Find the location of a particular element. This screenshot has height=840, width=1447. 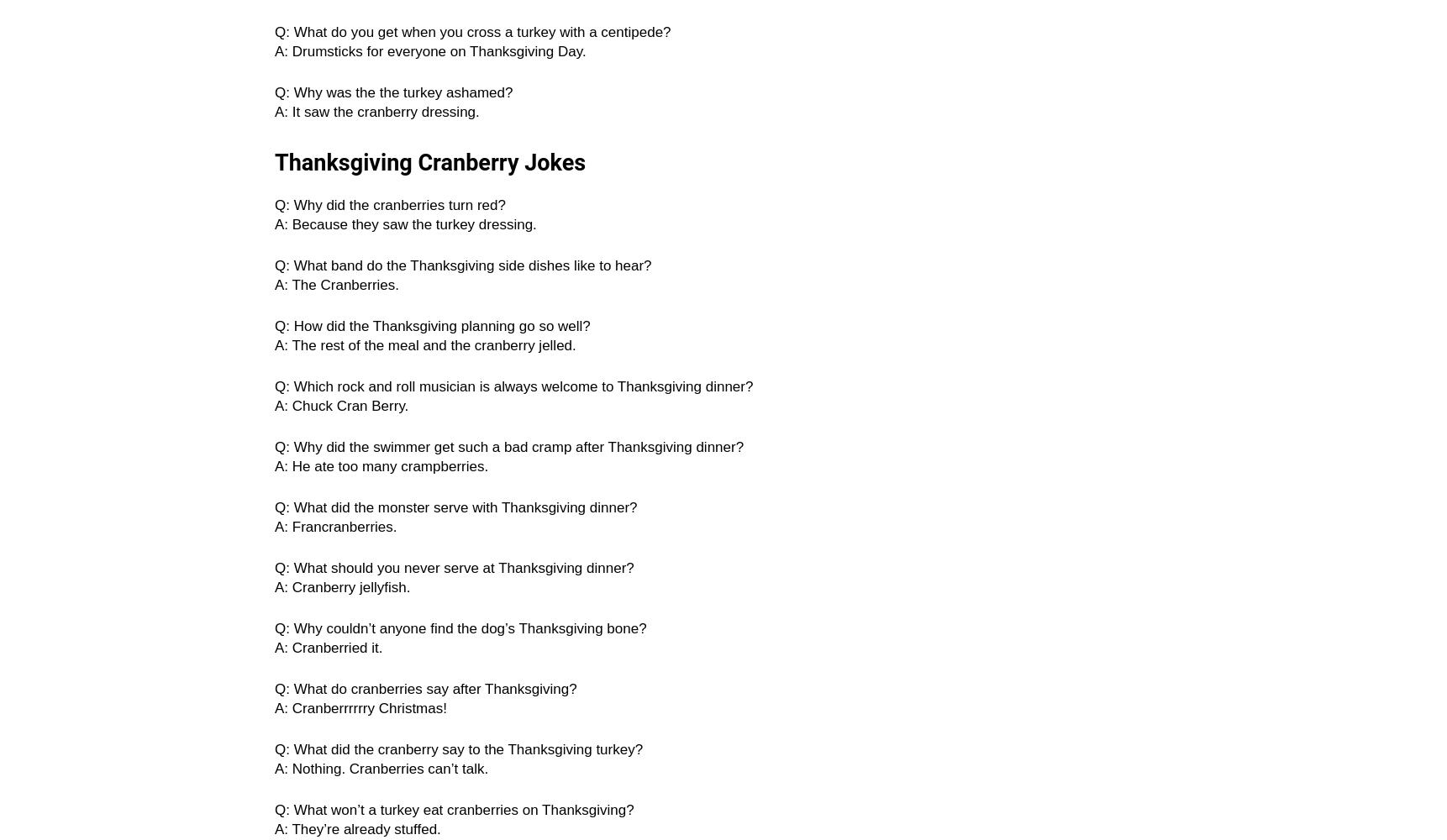

'Q: What won’t a turkey eat cranberries on Thanksgiving?' is located at coordinates (454, 809).